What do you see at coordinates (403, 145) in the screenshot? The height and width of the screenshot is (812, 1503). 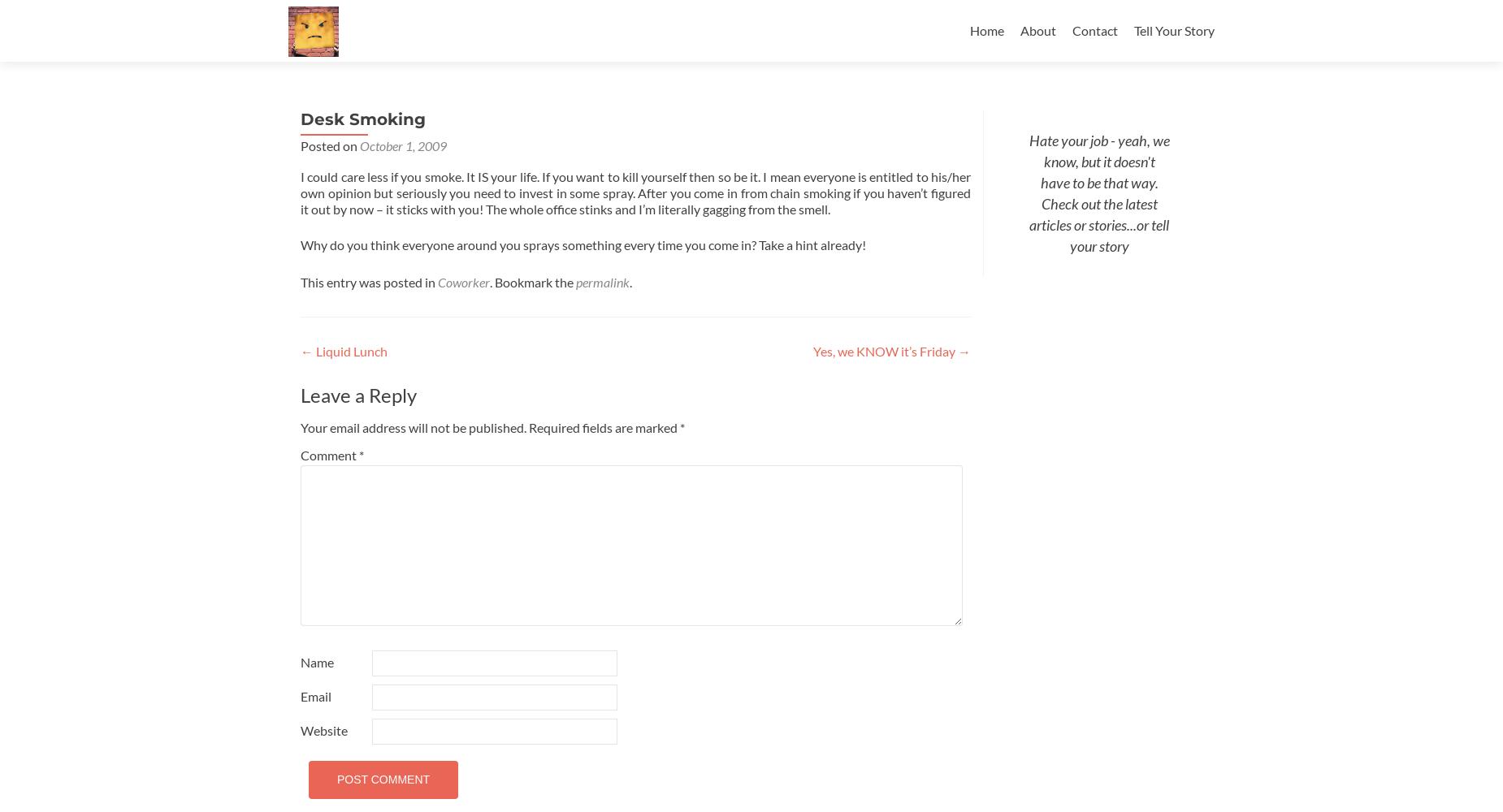 I see `'October 1, 2009'` at bounding box center [403, 145].